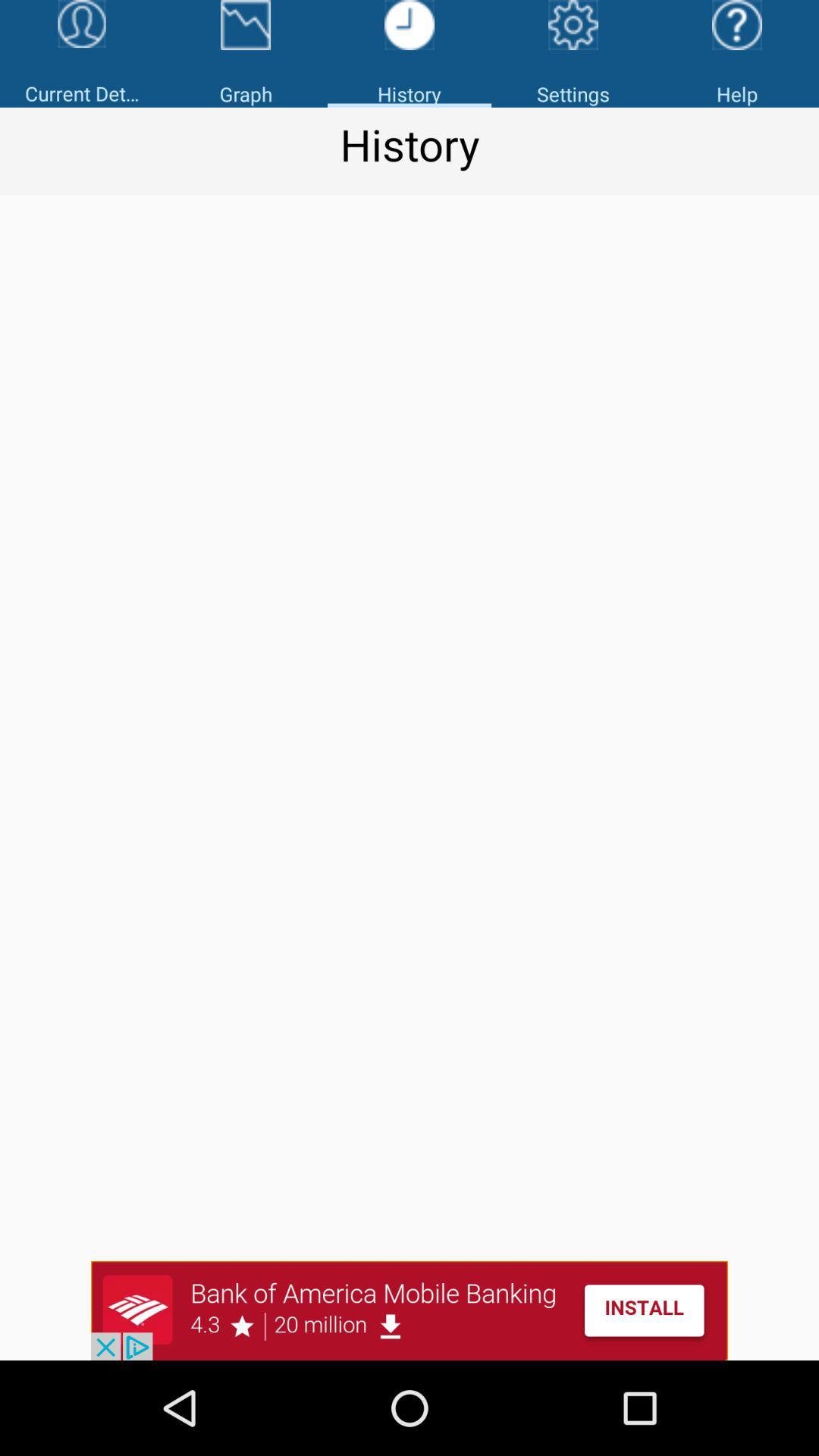 The height and width of the screenshot is (1456, 819). Describe the element at coordinates (409, 1310) in the screenshot. I see `click on advertisements` at that location.